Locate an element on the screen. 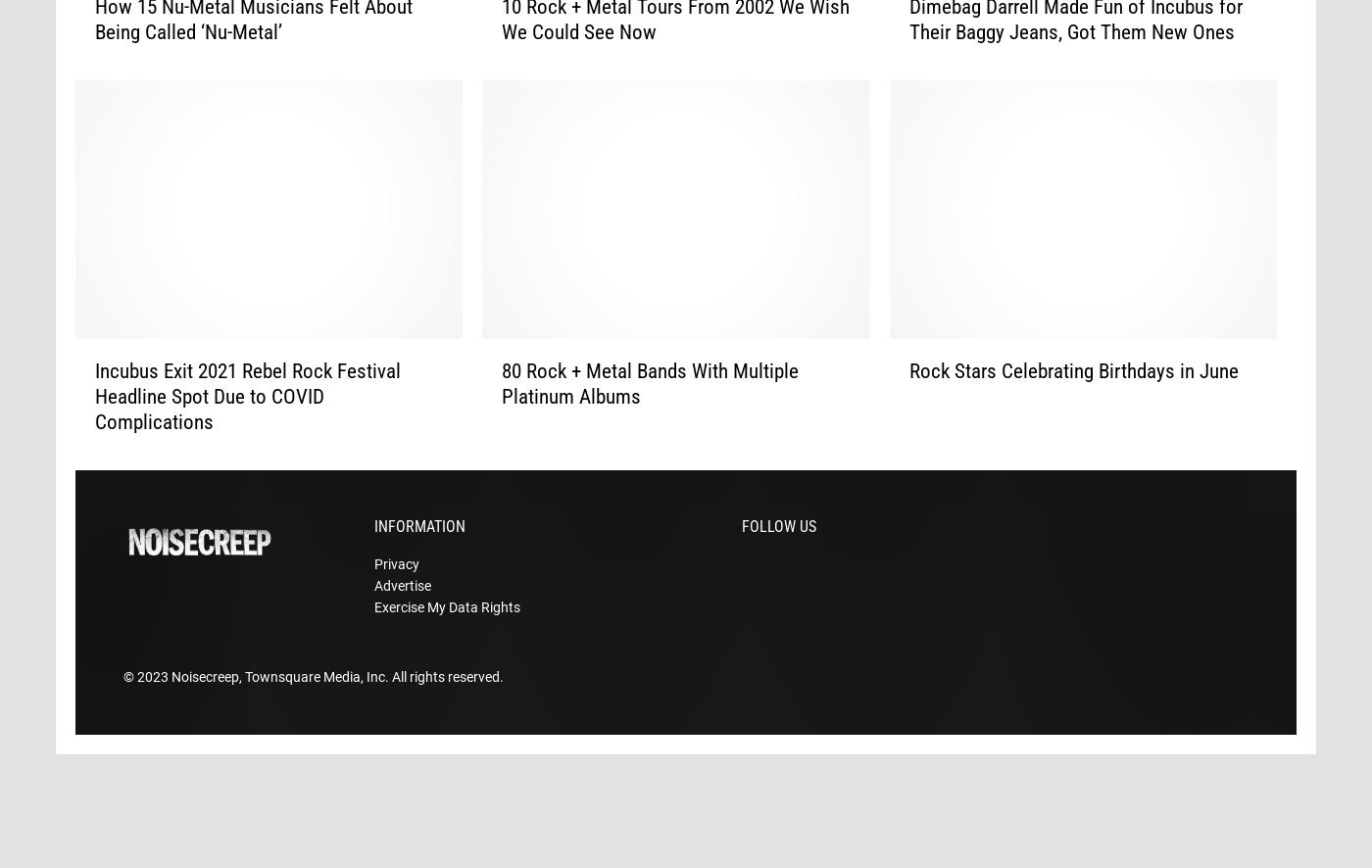  '. All rights reserved.' is located at coordinates (444, 707).